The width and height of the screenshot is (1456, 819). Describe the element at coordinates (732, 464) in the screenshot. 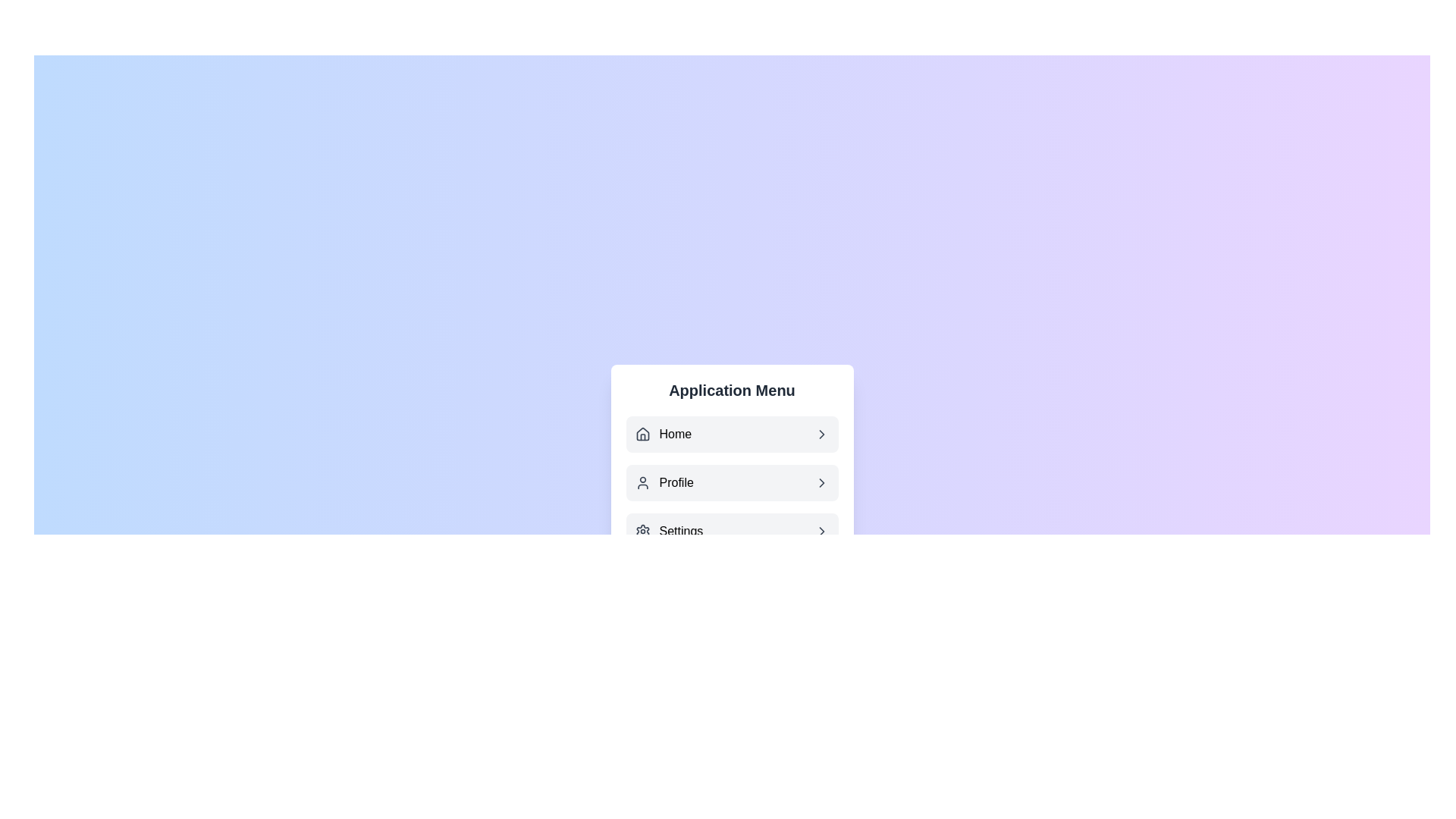

I see `the 'Profile' menu item in the Application Menu` at that location.